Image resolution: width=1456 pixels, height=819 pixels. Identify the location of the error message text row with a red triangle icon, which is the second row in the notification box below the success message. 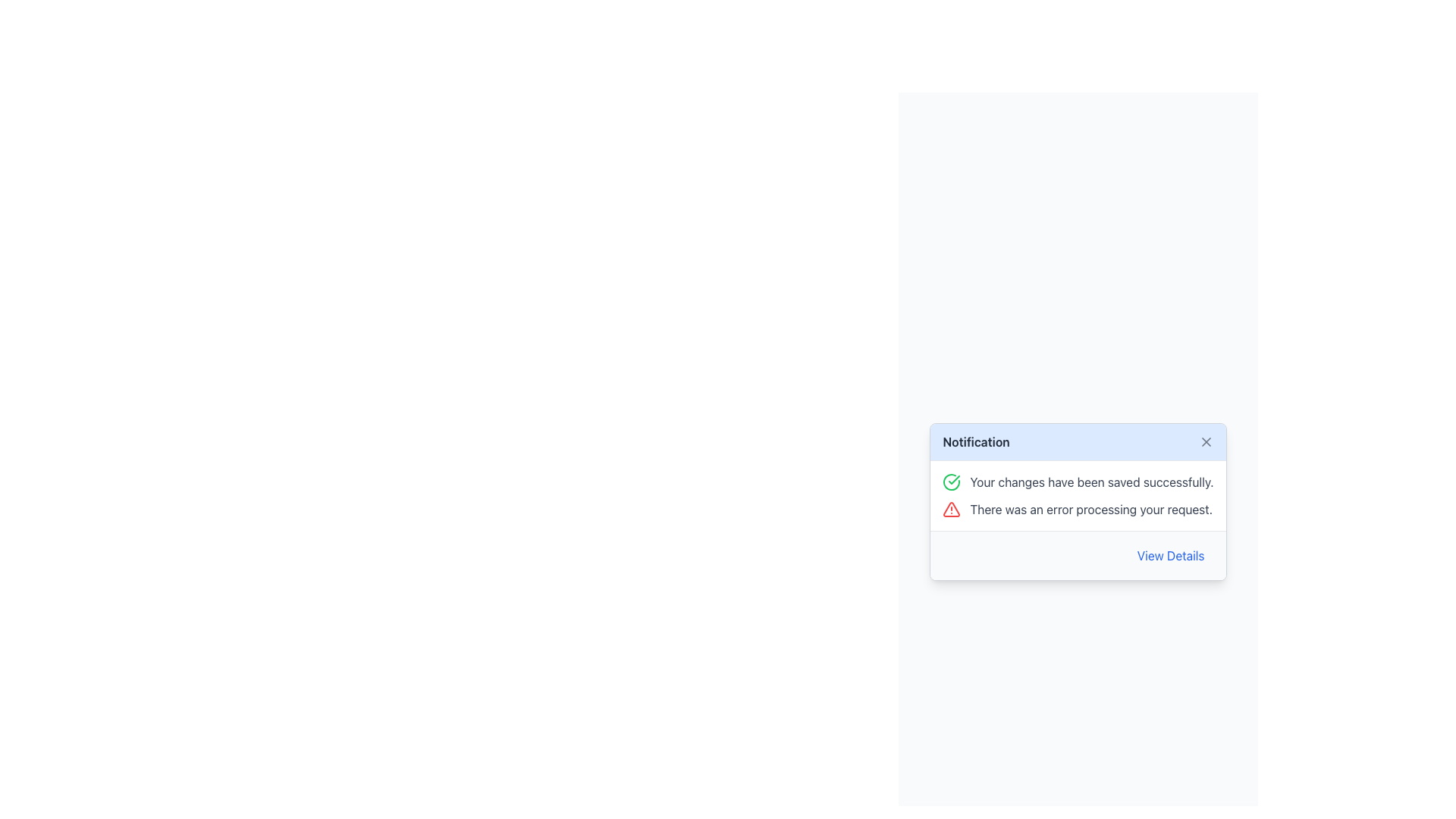
(1077, 509).